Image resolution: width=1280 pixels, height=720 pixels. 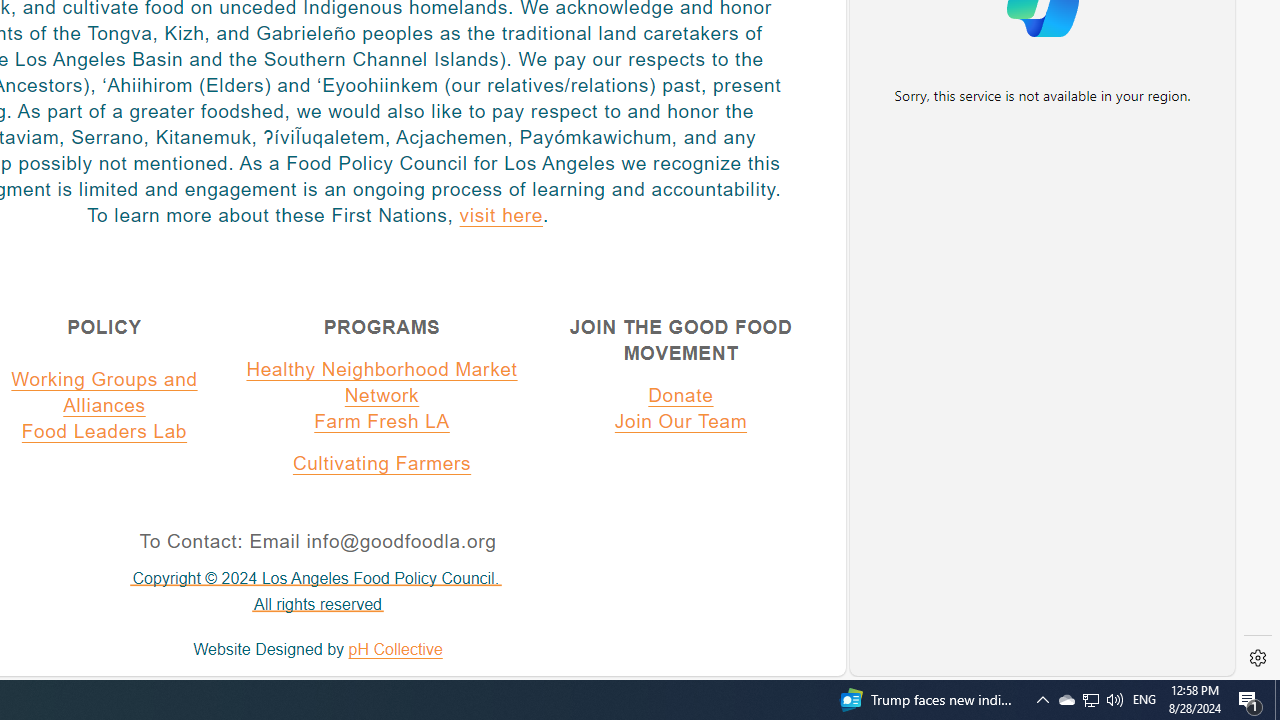 I want to click on 'Settings', so click(x=1257, y=658).